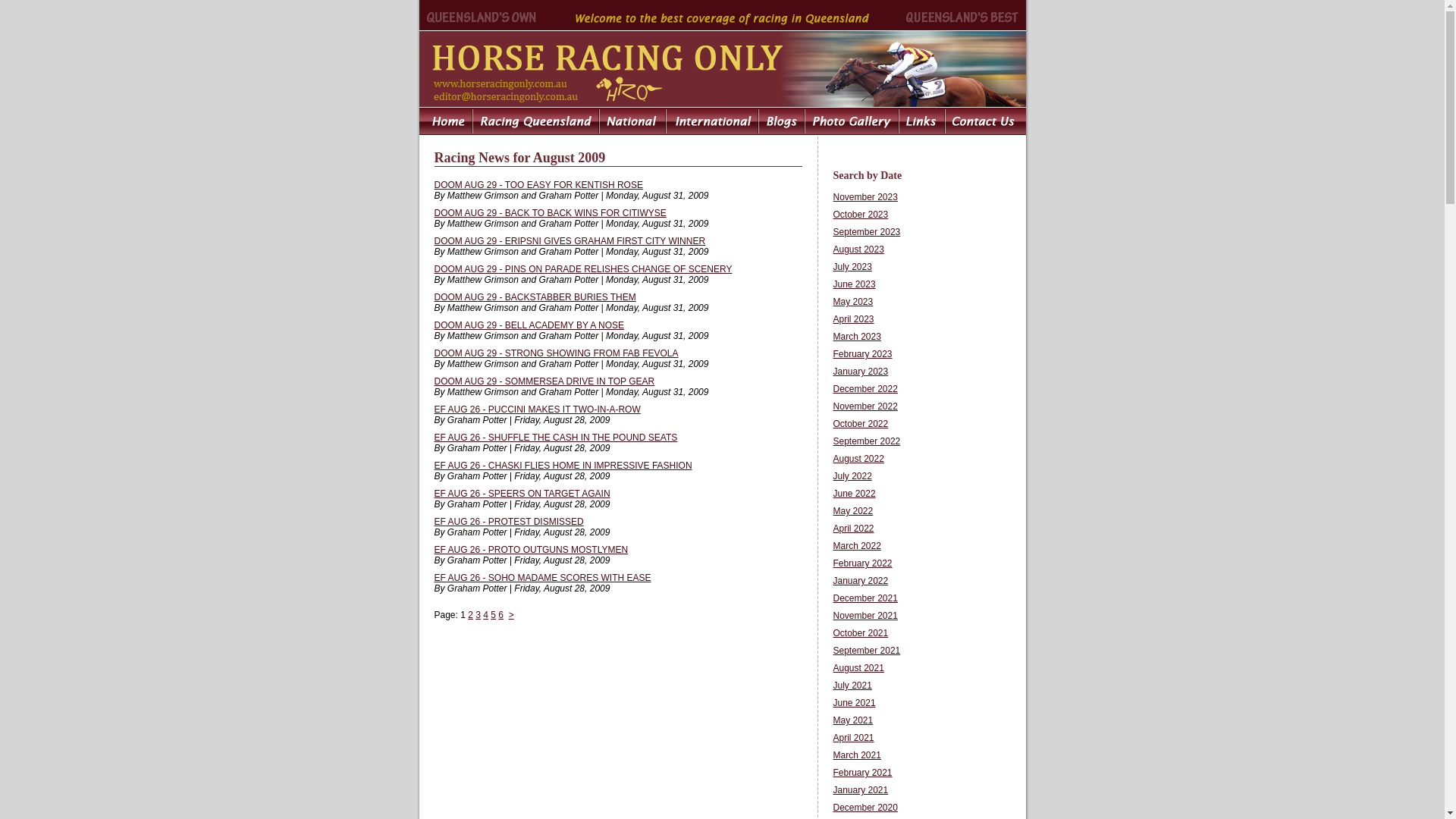  Describe the element at coordinates (467, 614) in the screenshot. I see `'2'` at that location.